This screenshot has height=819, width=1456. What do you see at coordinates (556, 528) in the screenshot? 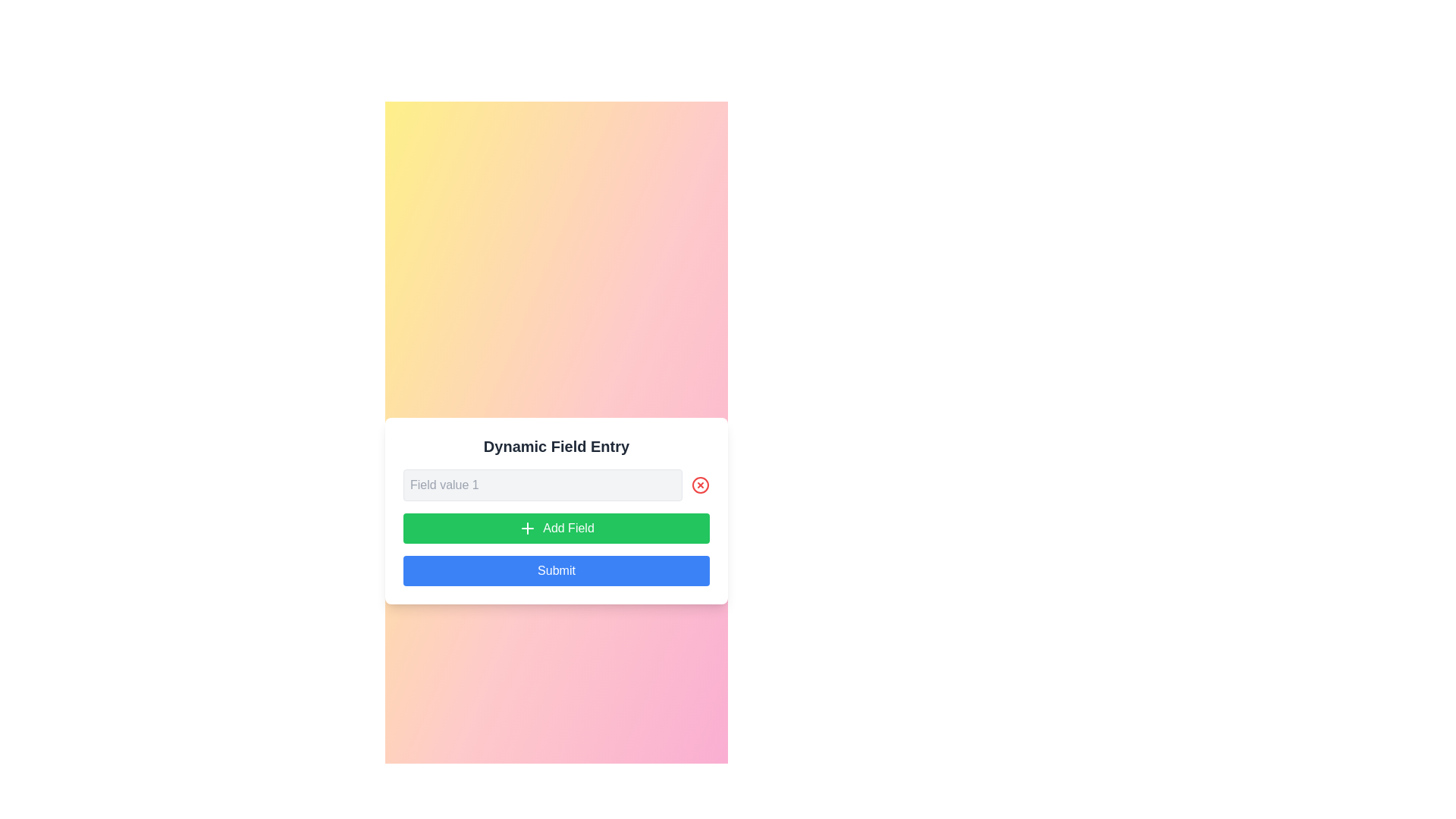
I see `the dynamic add button located just beneath the 'Field value 1' text field` at bounding box center [556, 528].